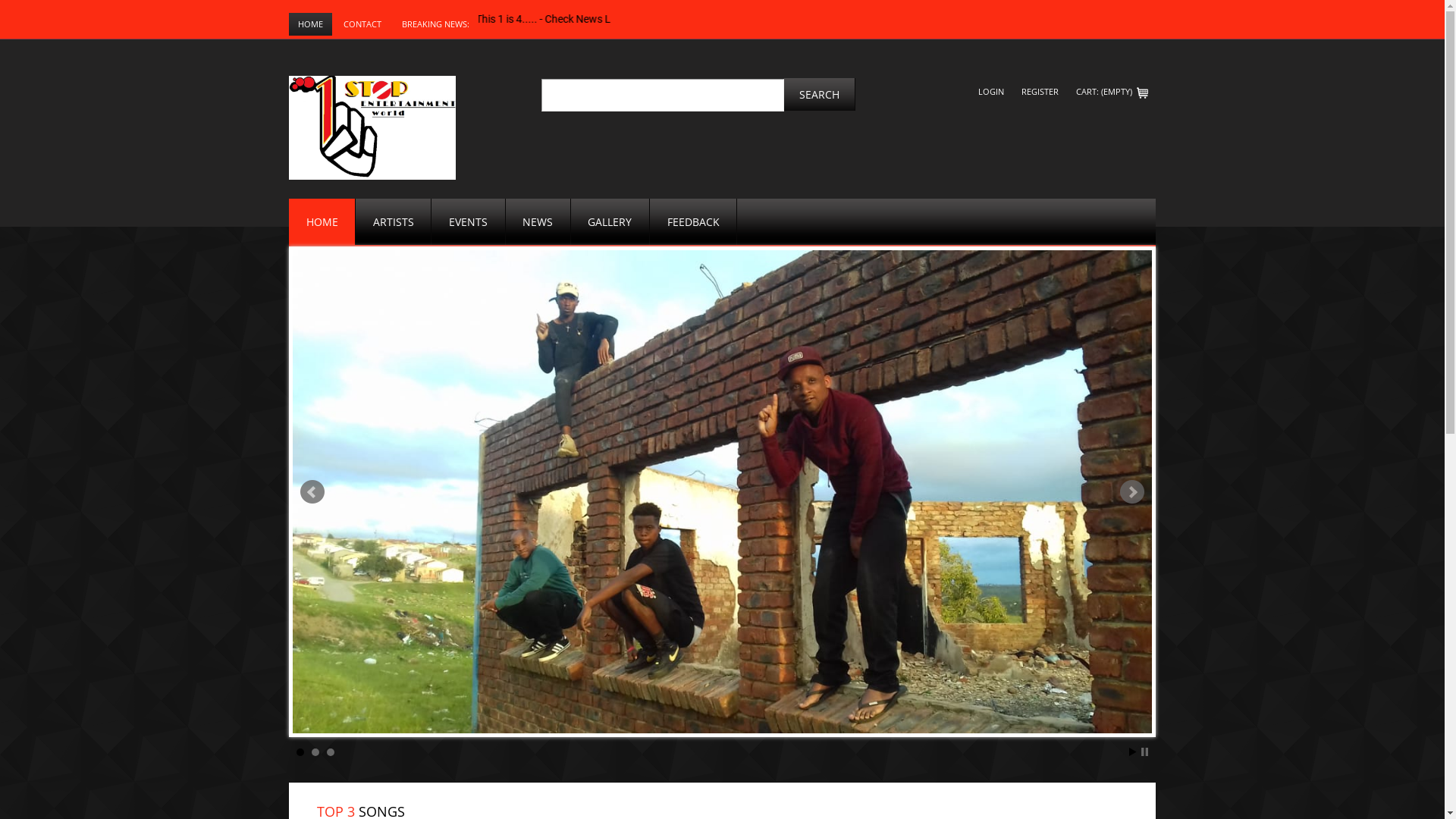  What do you see at coordinates (309, 24) in the screenshot?
I see `'HOME'` at bounding box center [309, 24].